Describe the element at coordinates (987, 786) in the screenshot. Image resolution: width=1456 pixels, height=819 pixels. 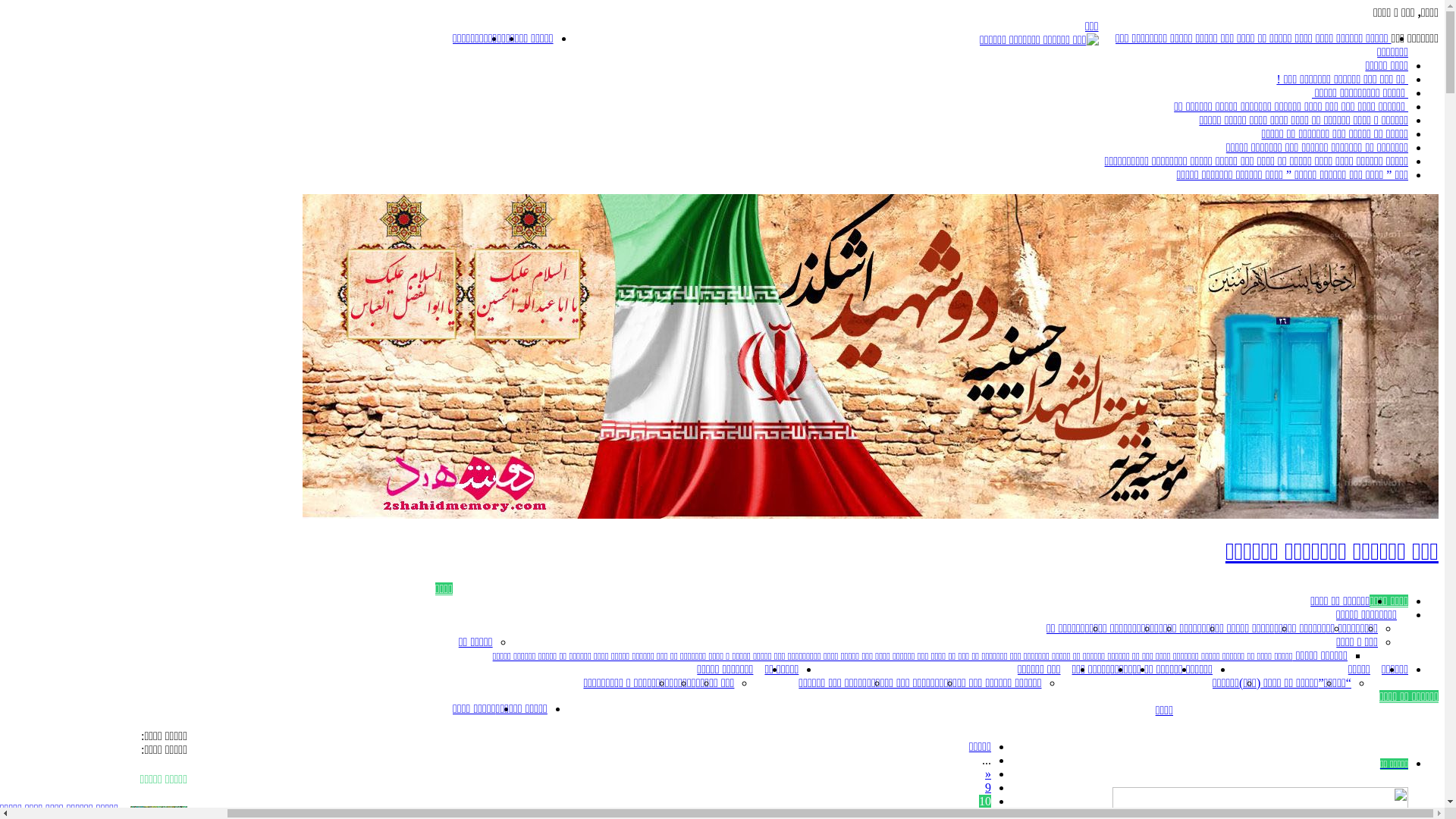
I see `'9'` at that location.